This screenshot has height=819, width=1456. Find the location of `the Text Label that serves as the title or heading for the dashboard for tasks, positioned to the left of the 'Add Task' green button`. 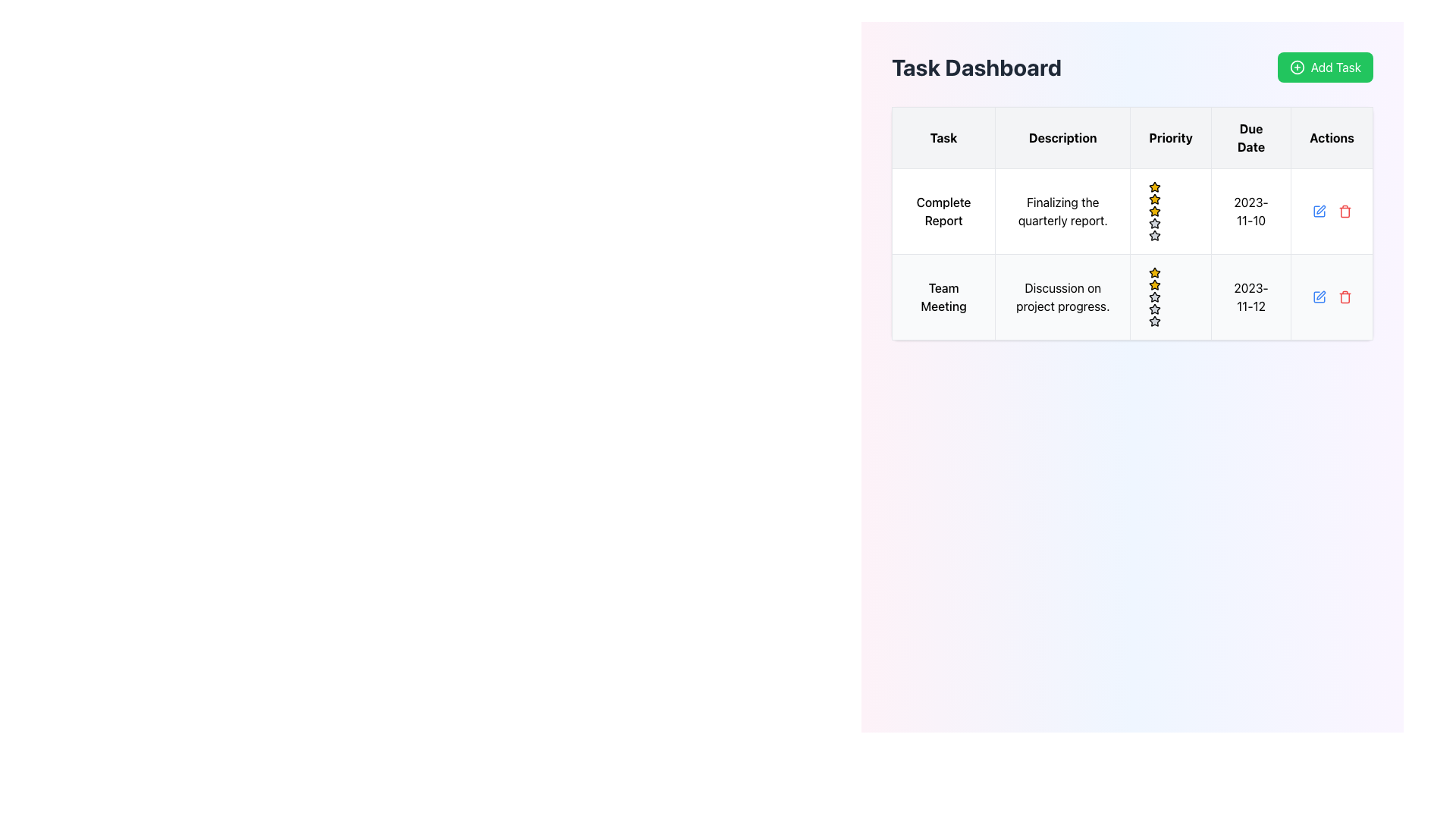

the Text Label that serves as the title or heading for the dashboard for tasks, positioned to the left of the 'Add Task' green button is located at coordinates (976, 66).